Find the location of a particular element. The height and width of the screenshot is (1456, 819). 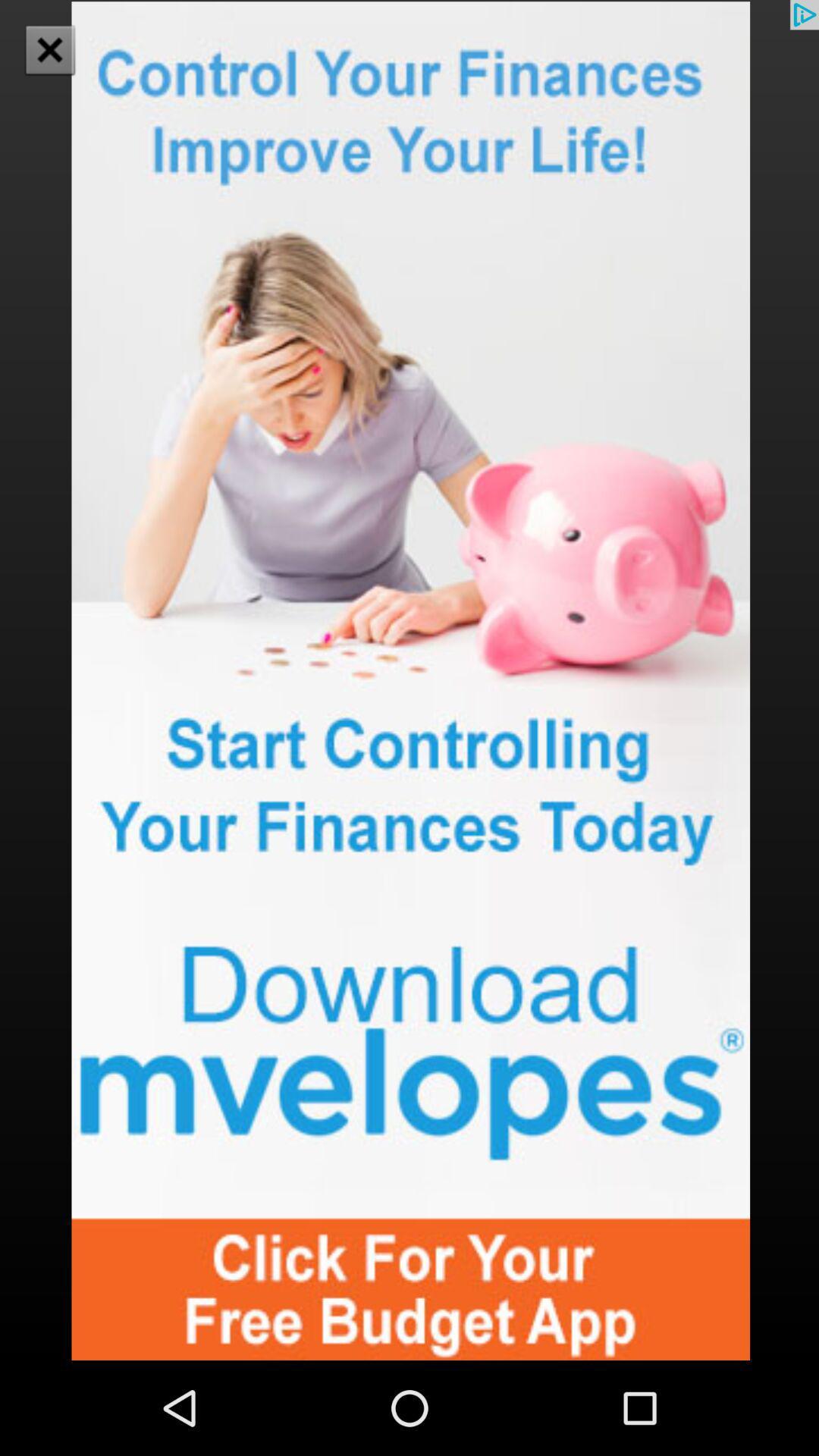

the close icon is located at coordinates (69, 74).